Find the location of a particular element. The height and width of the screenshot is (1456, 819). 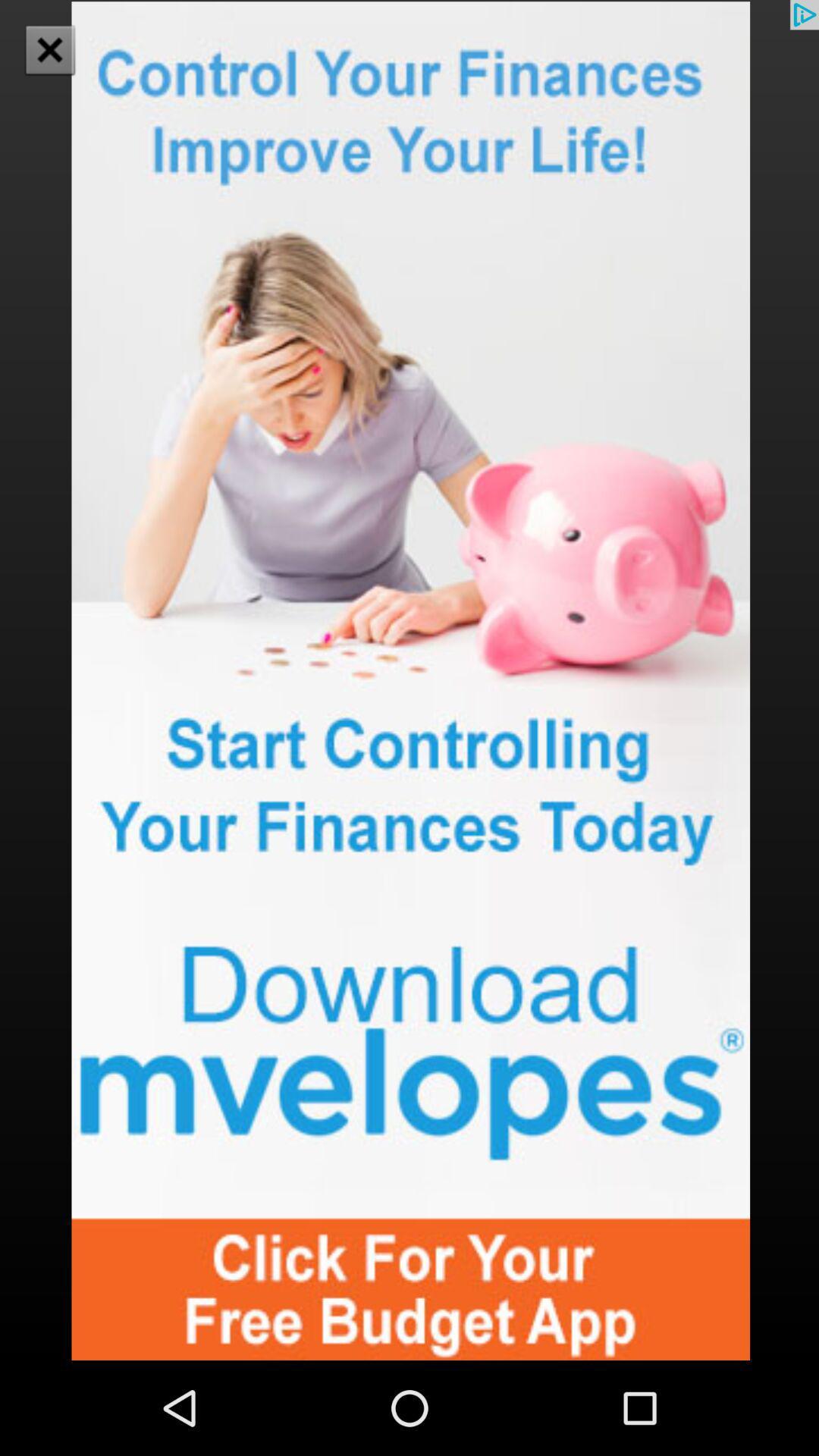

the close icon is located at coordinates (69, 74).